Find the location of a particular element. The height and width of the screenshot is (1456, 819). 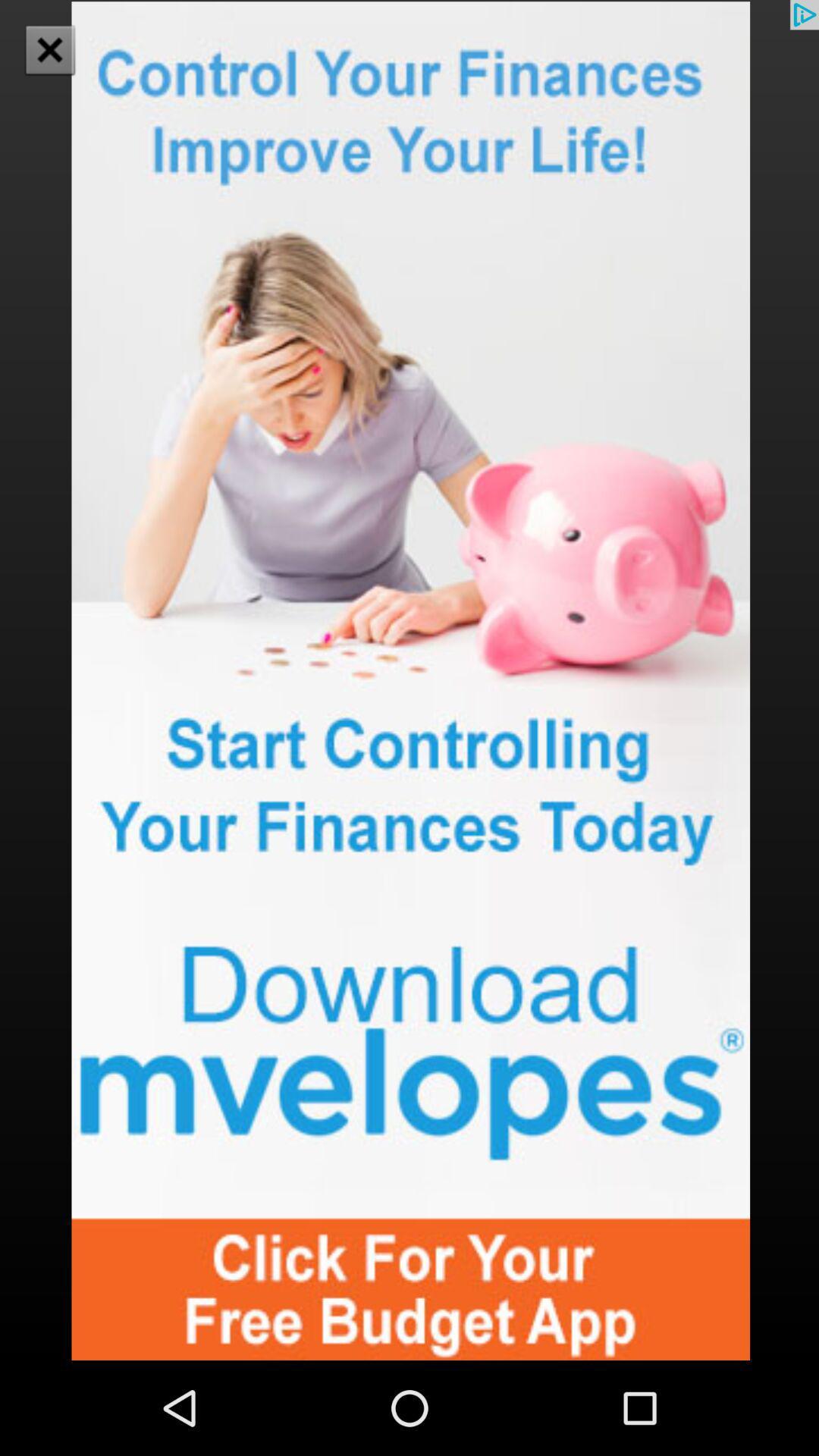

the close icon is located at coordinates (69, 74).